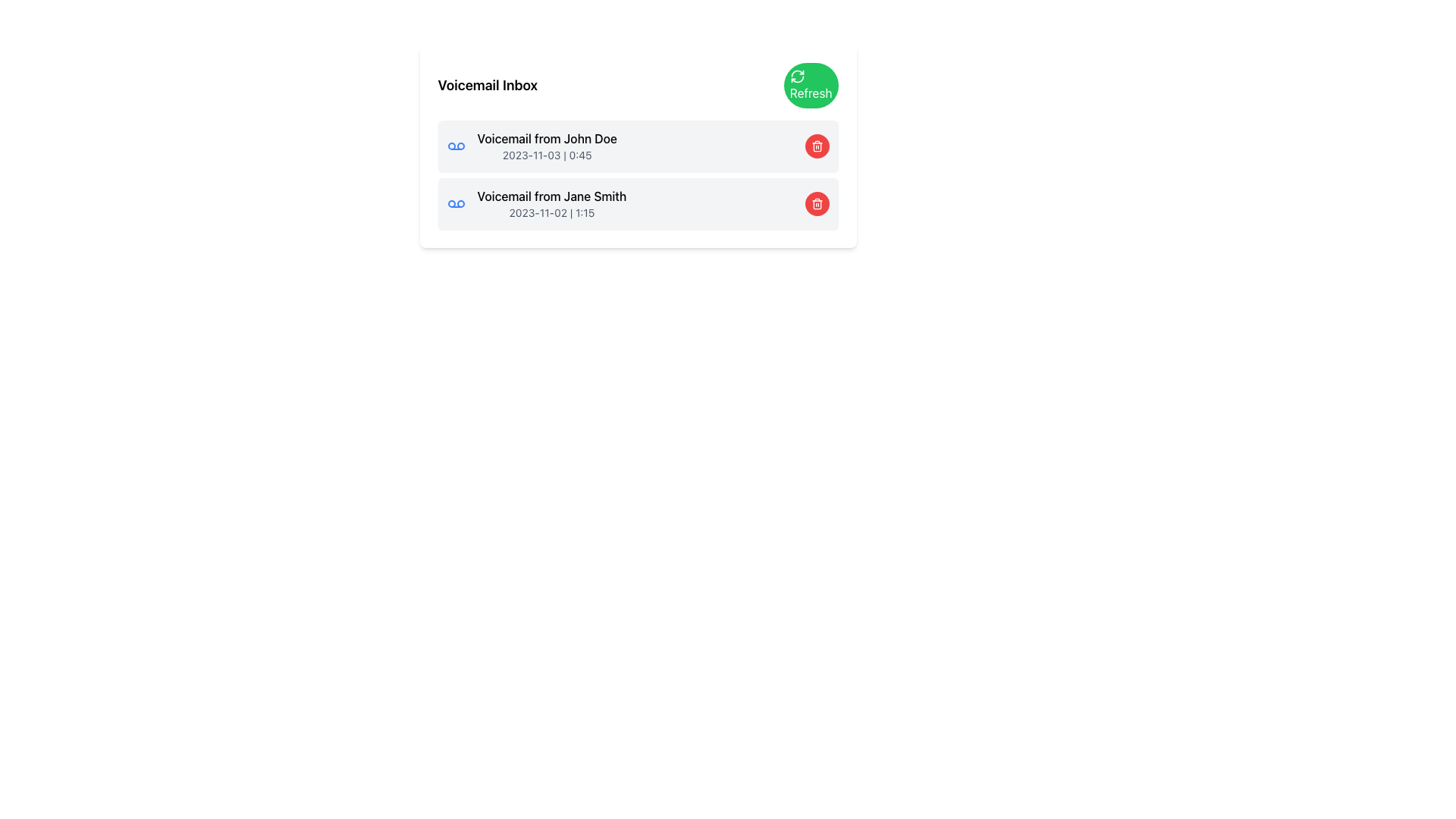  I want to click on the text label displaying the date and time information associated with the voicemail entry below 'Voicemail from Jane Smith', so click(551, 213).